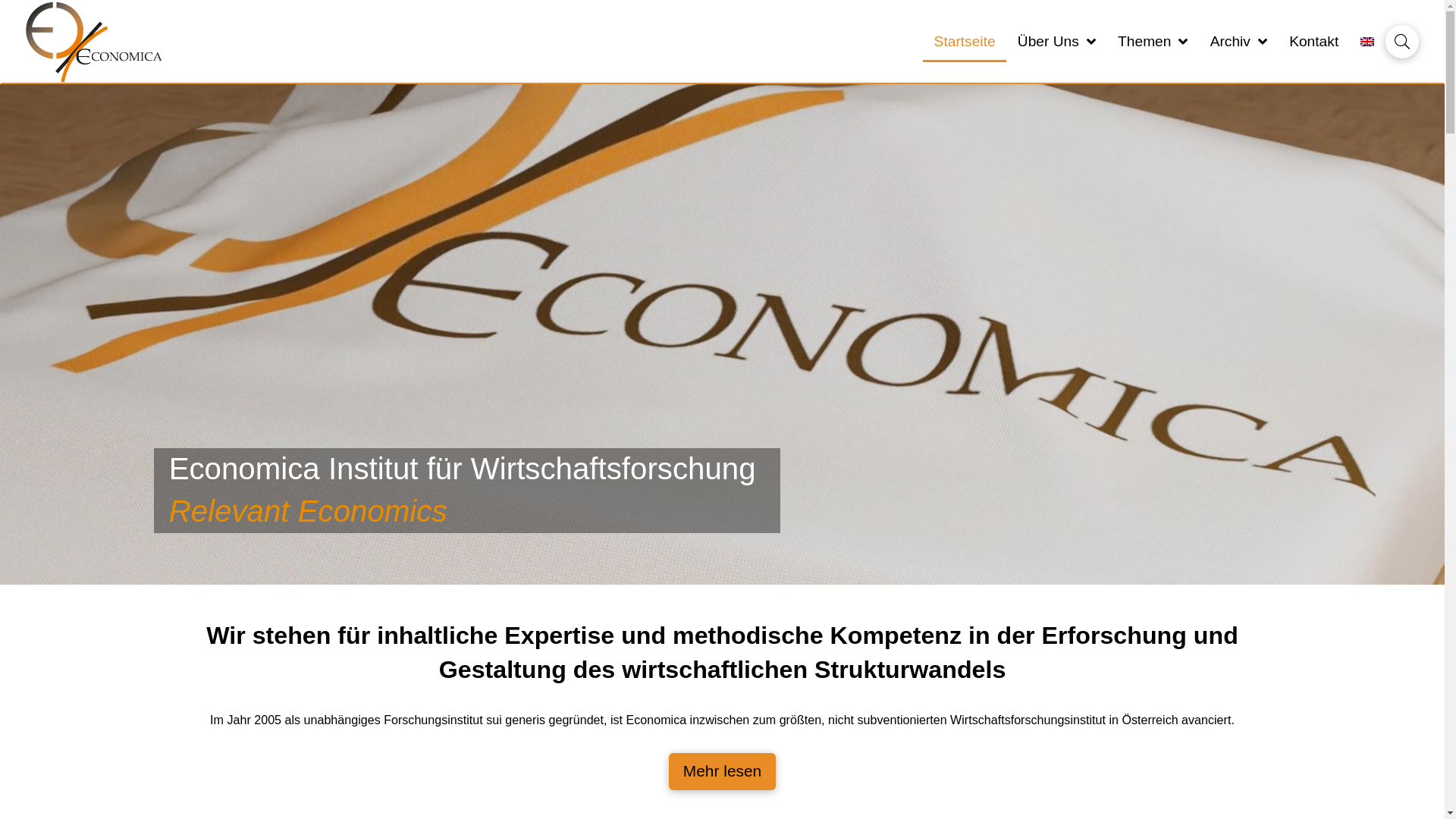 The height and width of the screenshot is (819, 1456). Describe the element at coordinates (964, 41) in the screenshot. I see `'Startseite'` at that location.